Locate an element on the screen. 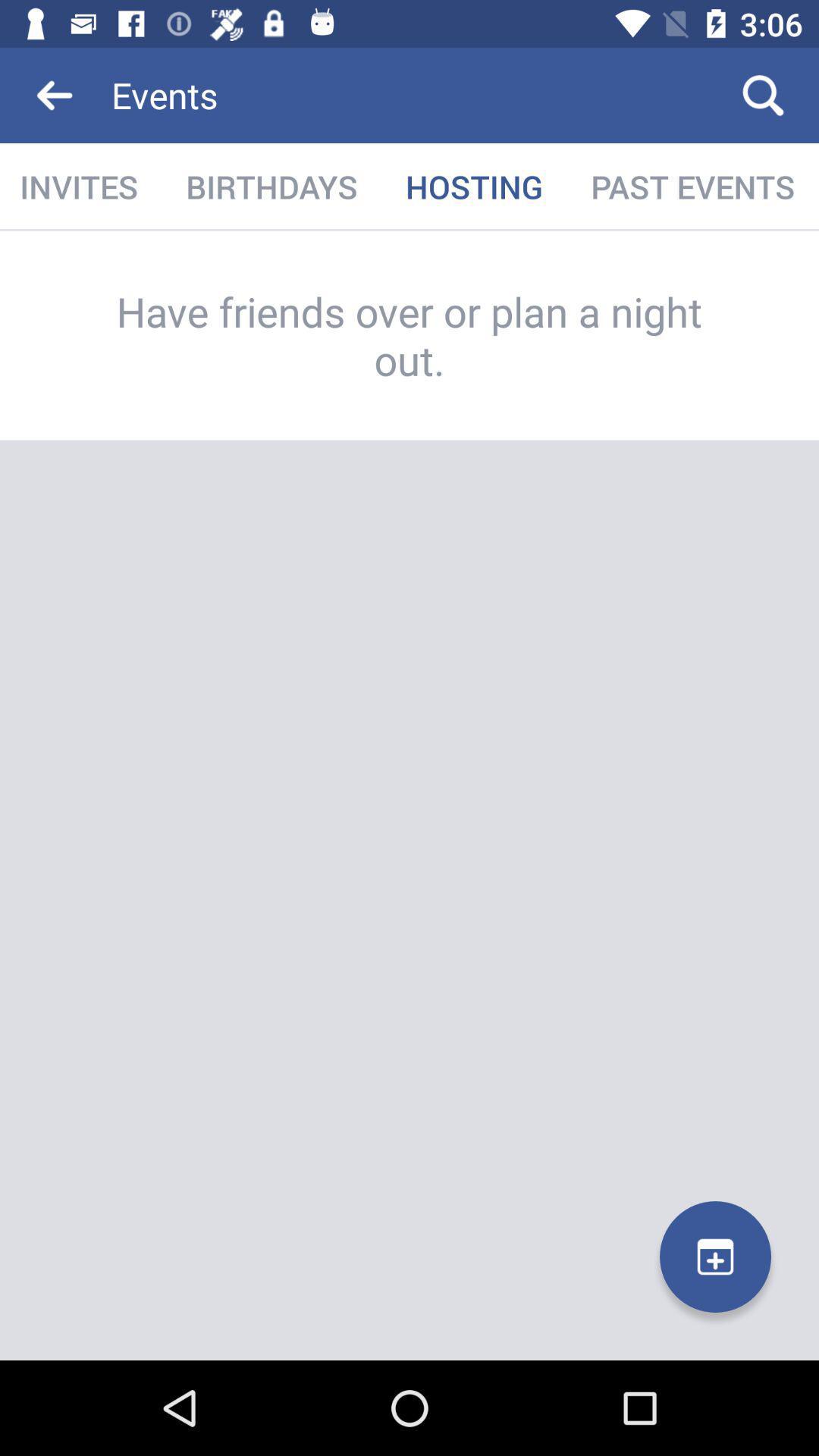  the item at the bottom right corner is located at coordinates (715, 1257).